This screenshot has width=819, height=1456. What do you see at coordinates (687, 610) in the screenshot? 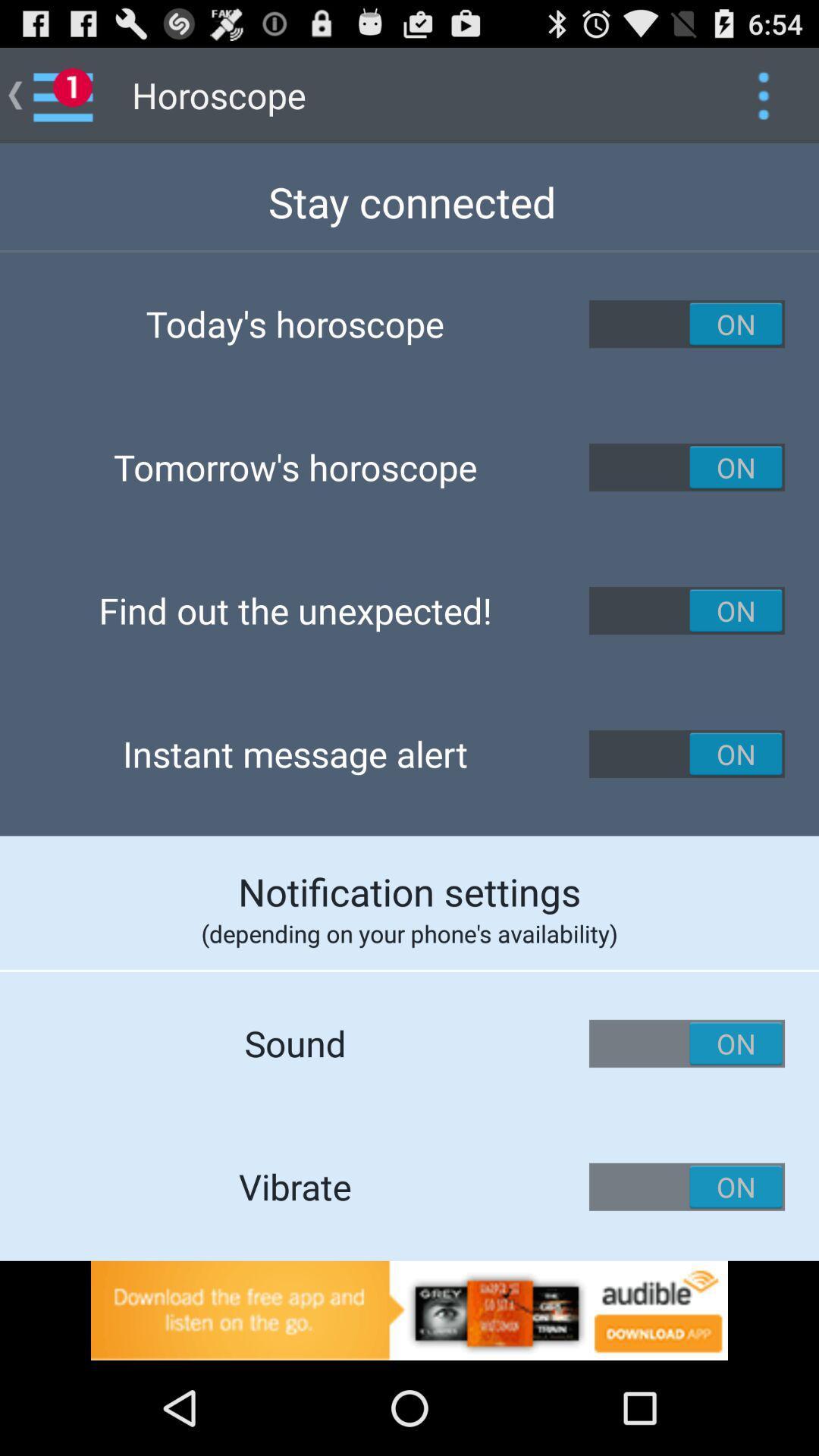
I see `on button` at bounding box center [687, 610].